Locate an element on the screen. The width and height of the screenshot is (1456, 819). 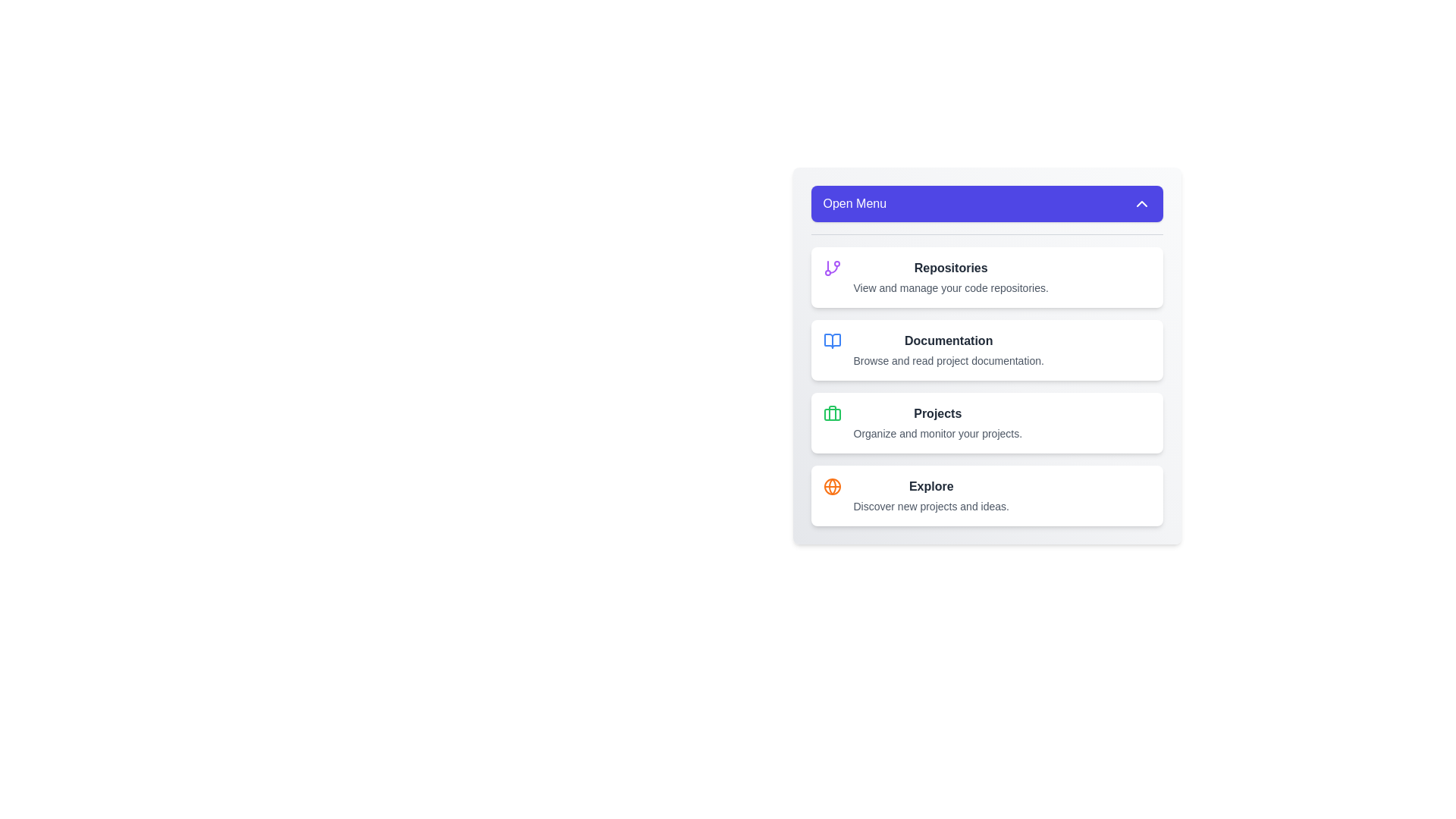
the visual representation of the curving line styled in purple, which is the fourth subcomponent of the graphical icon located to the left of the 'Repositories' label in the vertical menu list is located at coordinates (833, 268).